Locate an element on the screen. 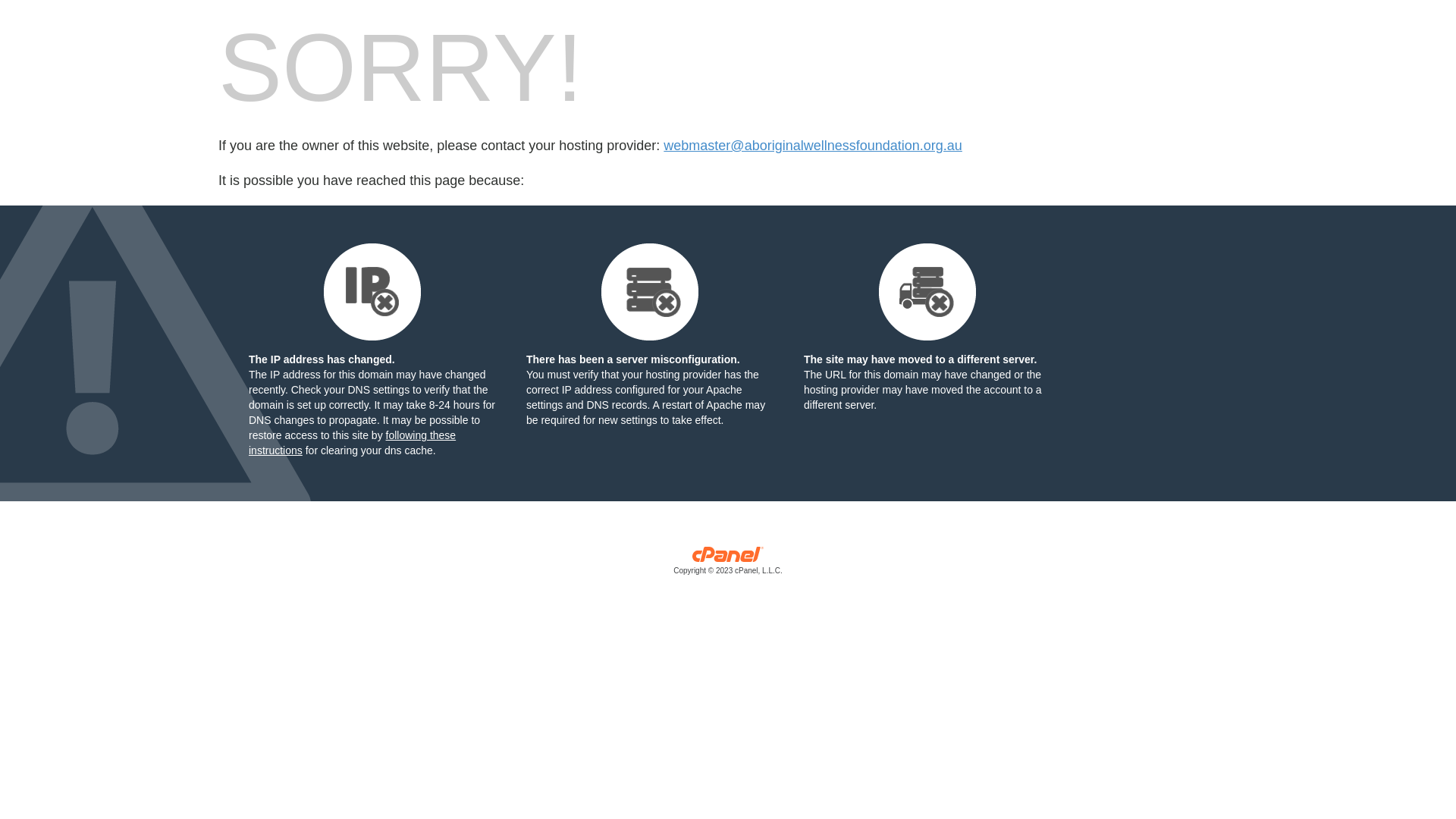 The height and width of the screenshot is (819, 1456). 'following these instructions' is located at coordinates (248, 442).